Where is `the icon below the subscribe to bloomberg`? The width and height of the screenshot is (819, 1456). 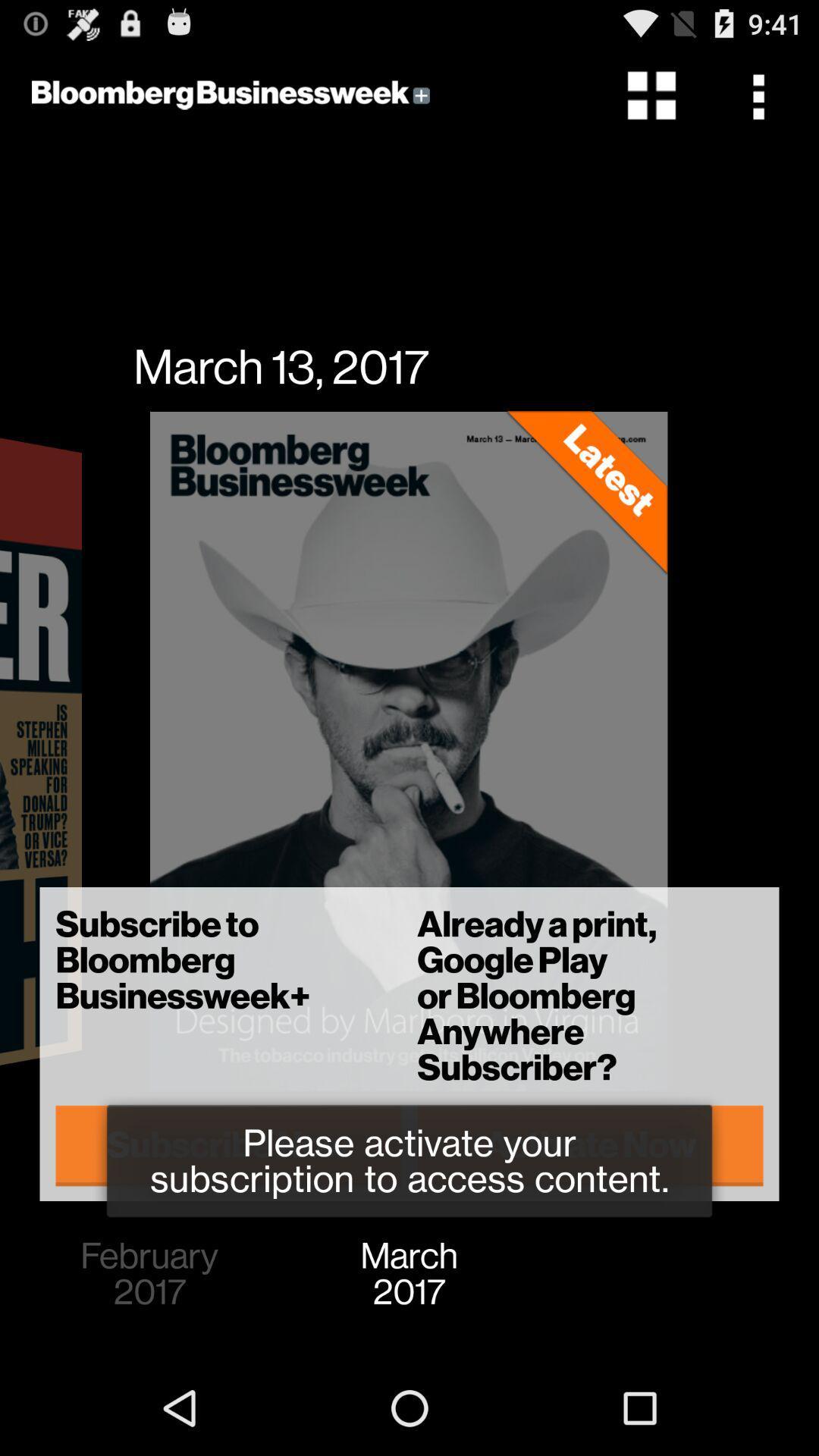 the icon below the subscribe to bloomberg is located at coordinates (228, 1145).